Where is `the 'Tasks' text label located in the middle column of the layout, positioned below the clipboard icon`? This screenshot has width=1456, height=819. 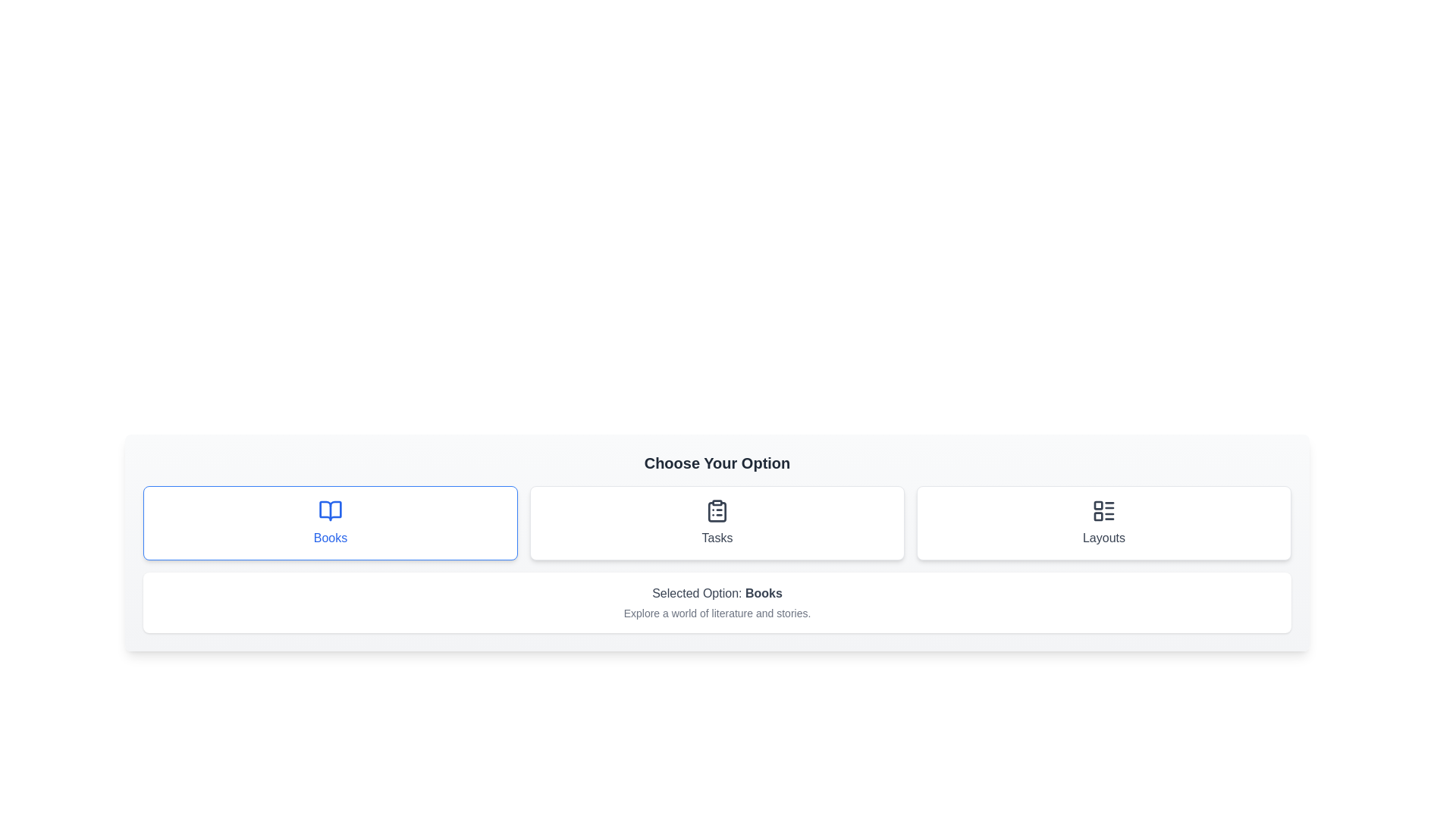
the 'Tasks' text label located in the middle column of the layout, positioned below the clipboard icon is located at coordinates (716, 537).